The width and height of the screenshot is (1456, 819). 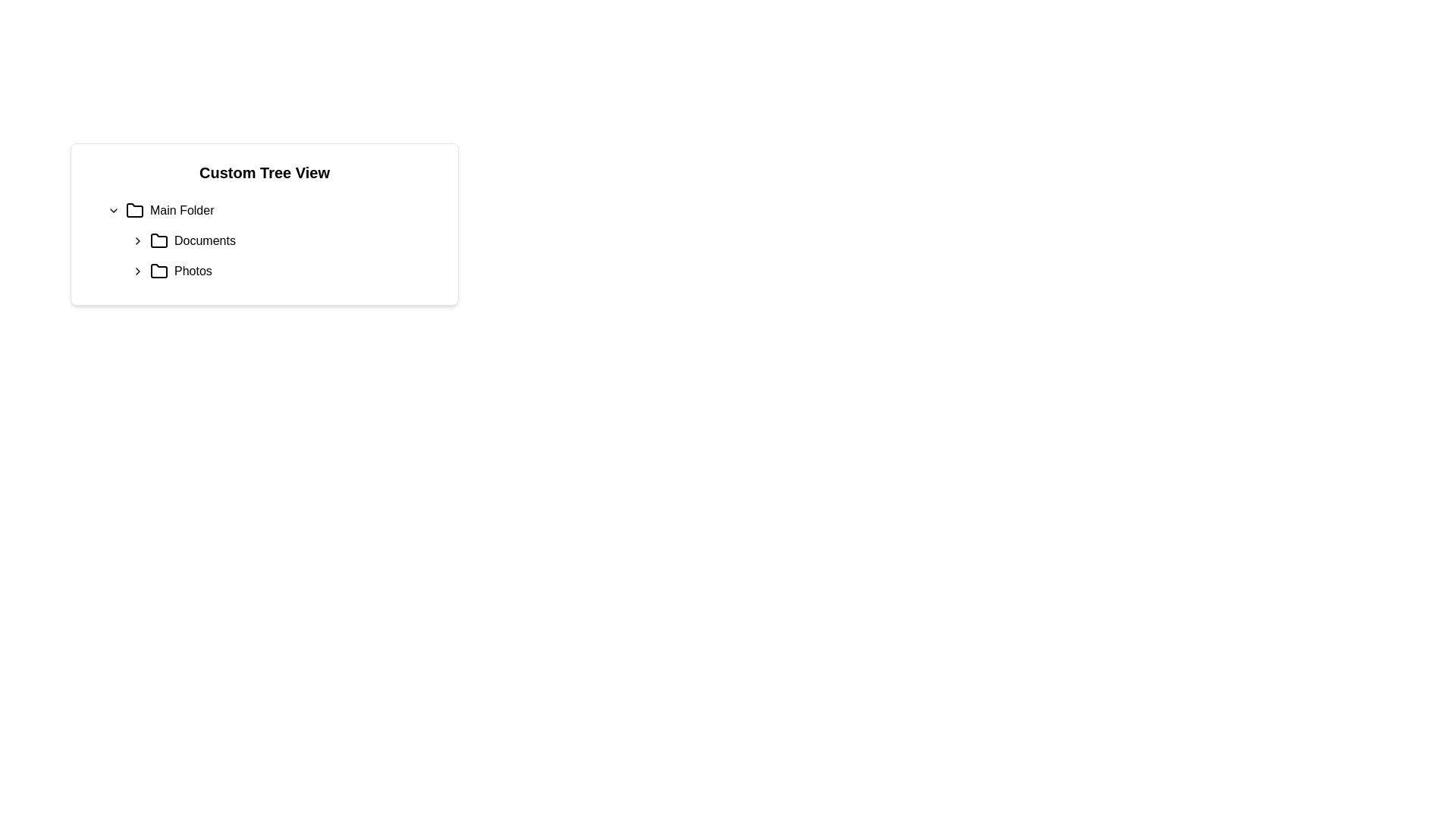 I want to click on the 'Documents' folder icon, which is the second item in a vertical list of file-related items, so click(x=159, y=240).